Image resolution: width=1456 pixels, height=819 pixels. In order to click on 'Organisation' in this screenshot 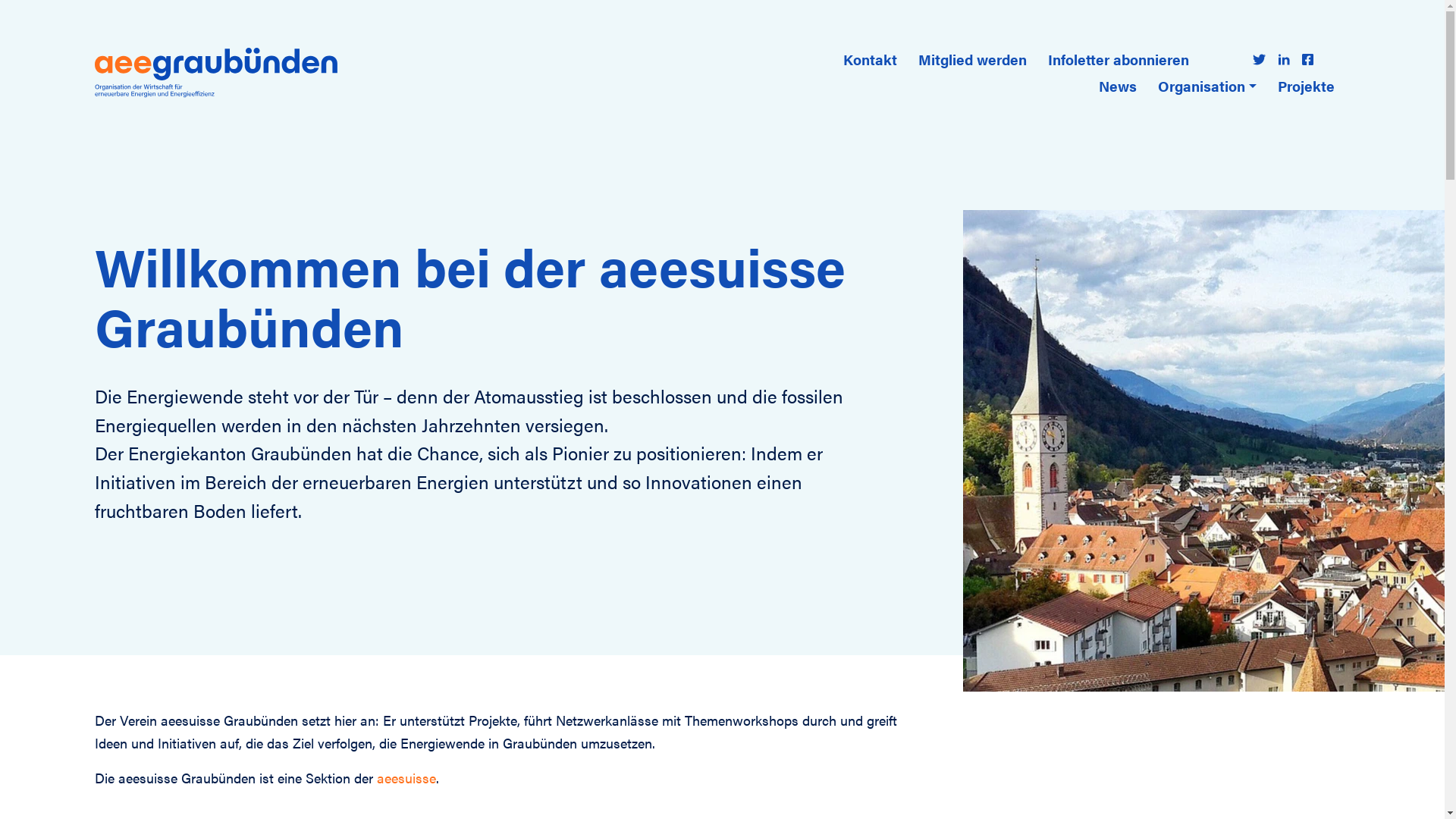, I will do `click(1151, 86)`.